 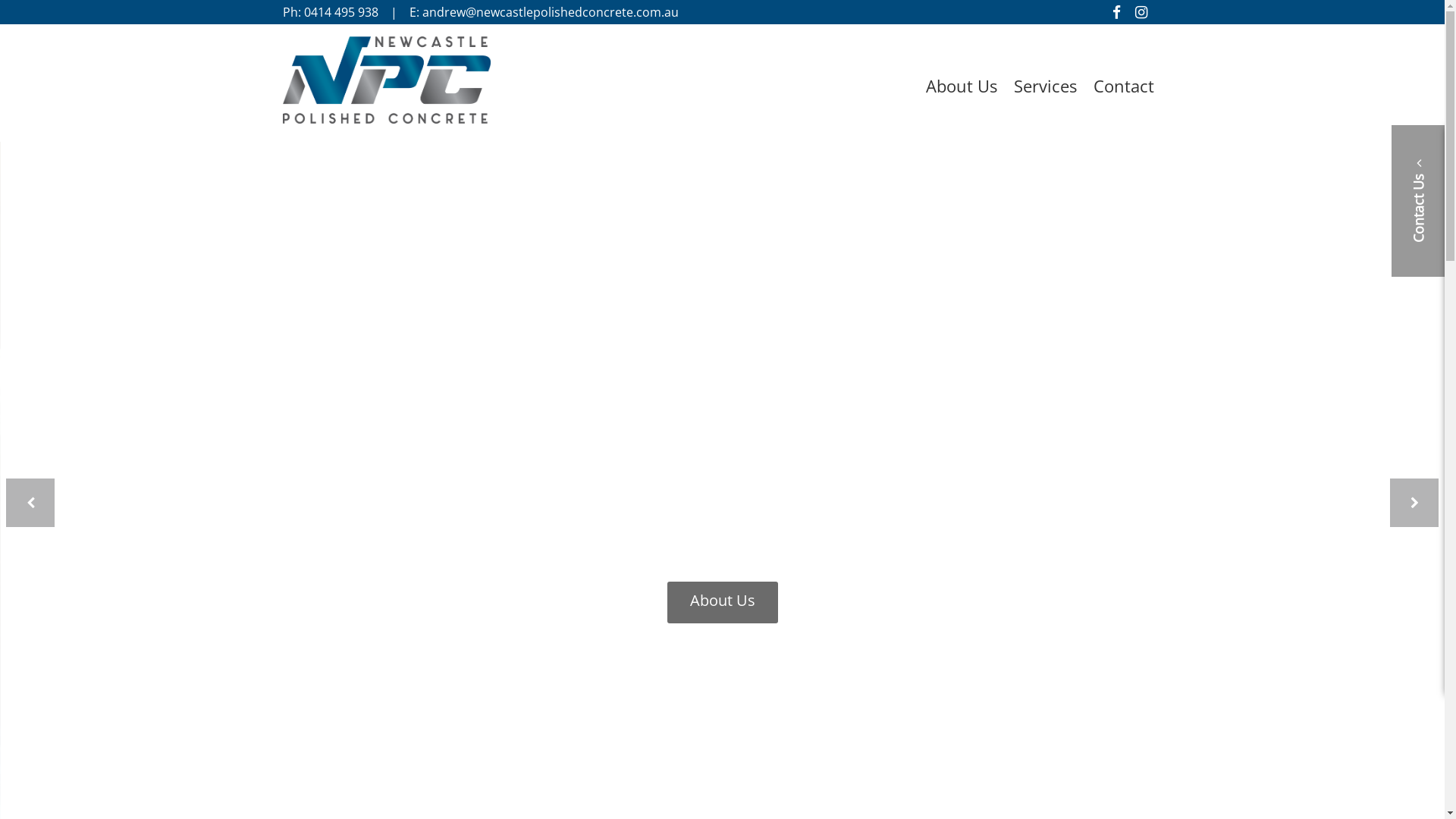 What do you see at coordinates (1123, 85) in the screenshot?
I see `'Contact'` at bounding box center [1123, 85].